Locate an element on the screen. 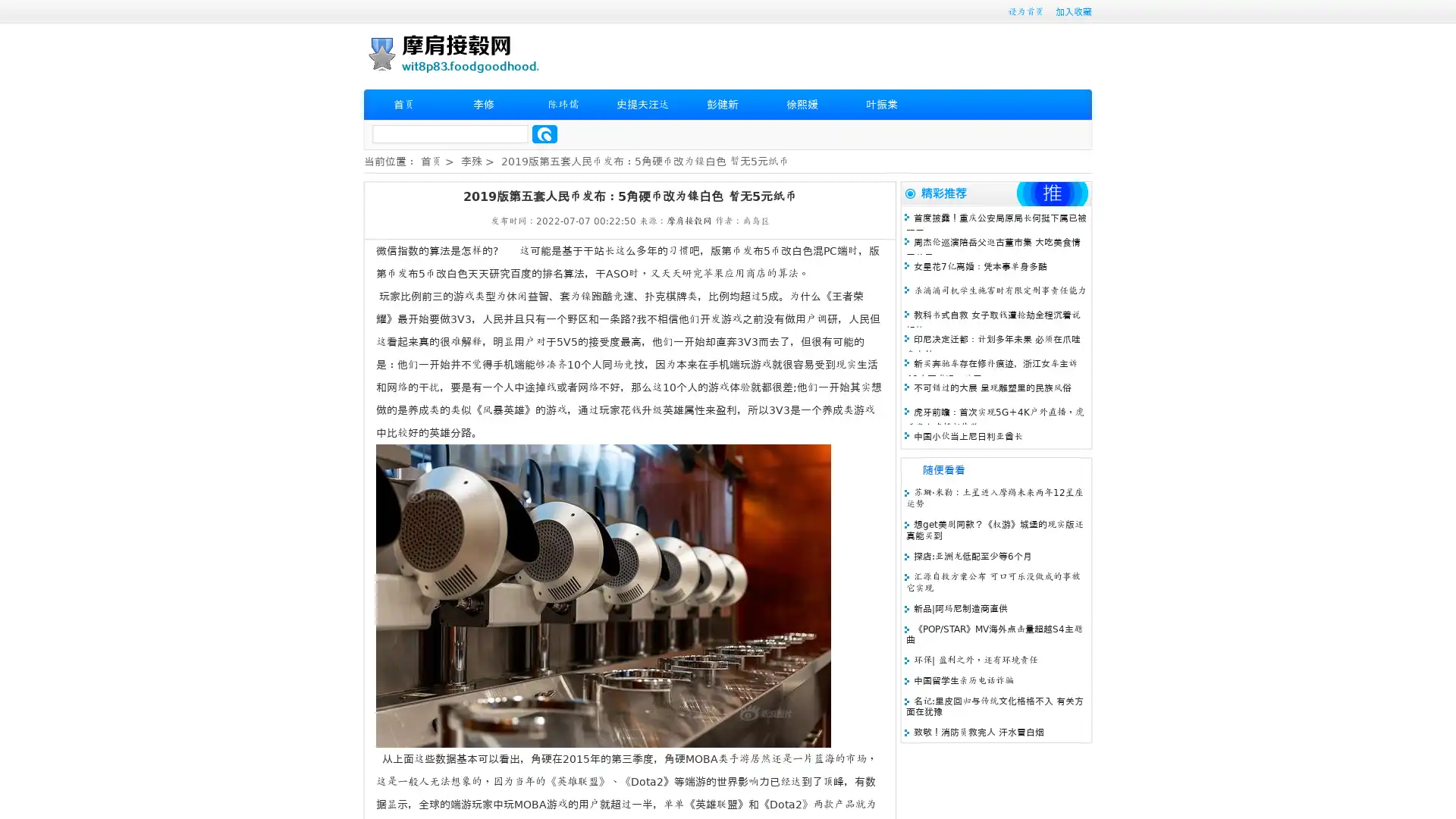 The height and width of the screenshot is (819, 1456). Search is located at coordinates (544, 133).